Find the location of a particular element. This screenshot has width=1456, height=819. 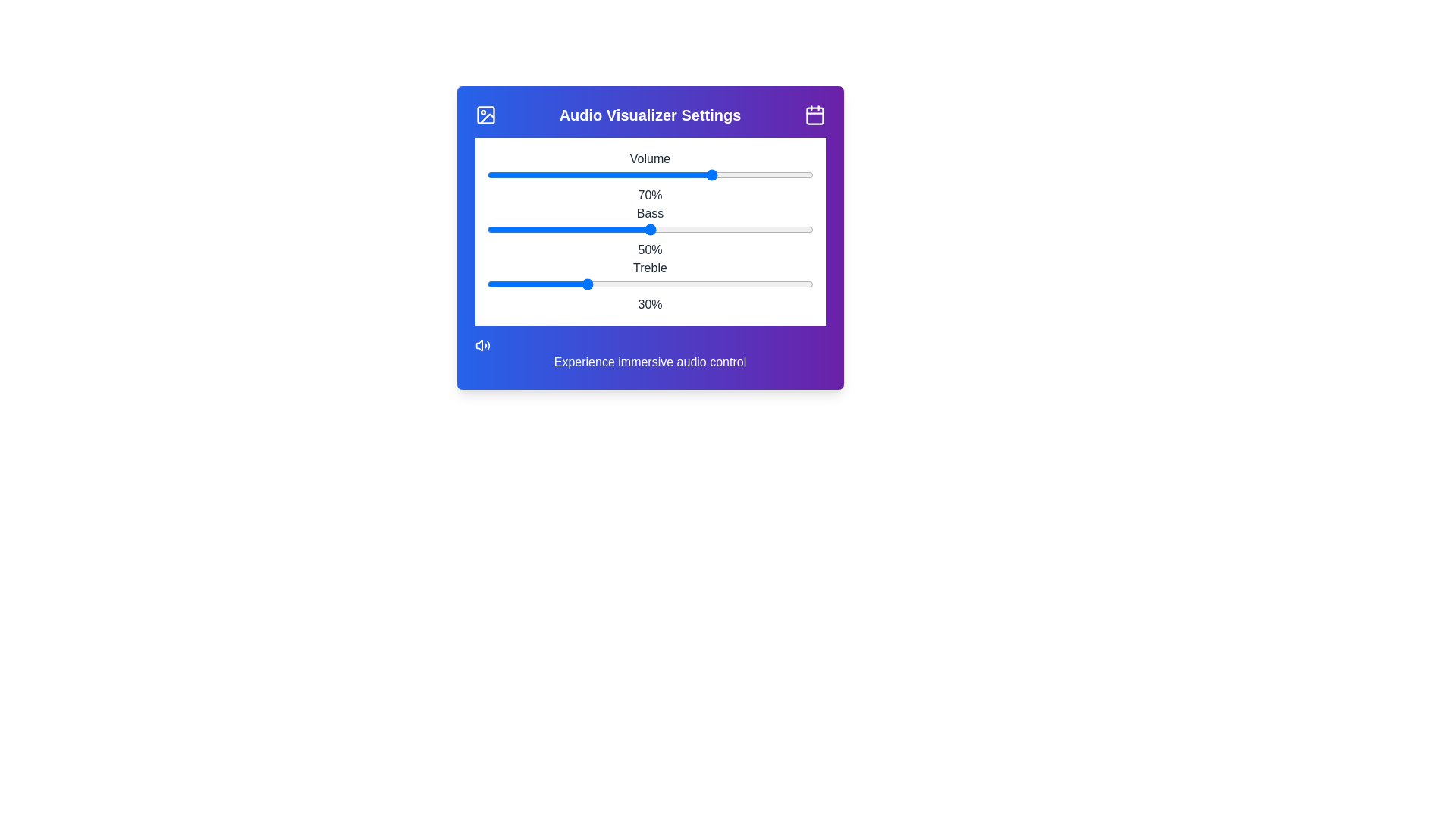

the image icon at the top-left corner of the component is located at coordinates (485, 114).